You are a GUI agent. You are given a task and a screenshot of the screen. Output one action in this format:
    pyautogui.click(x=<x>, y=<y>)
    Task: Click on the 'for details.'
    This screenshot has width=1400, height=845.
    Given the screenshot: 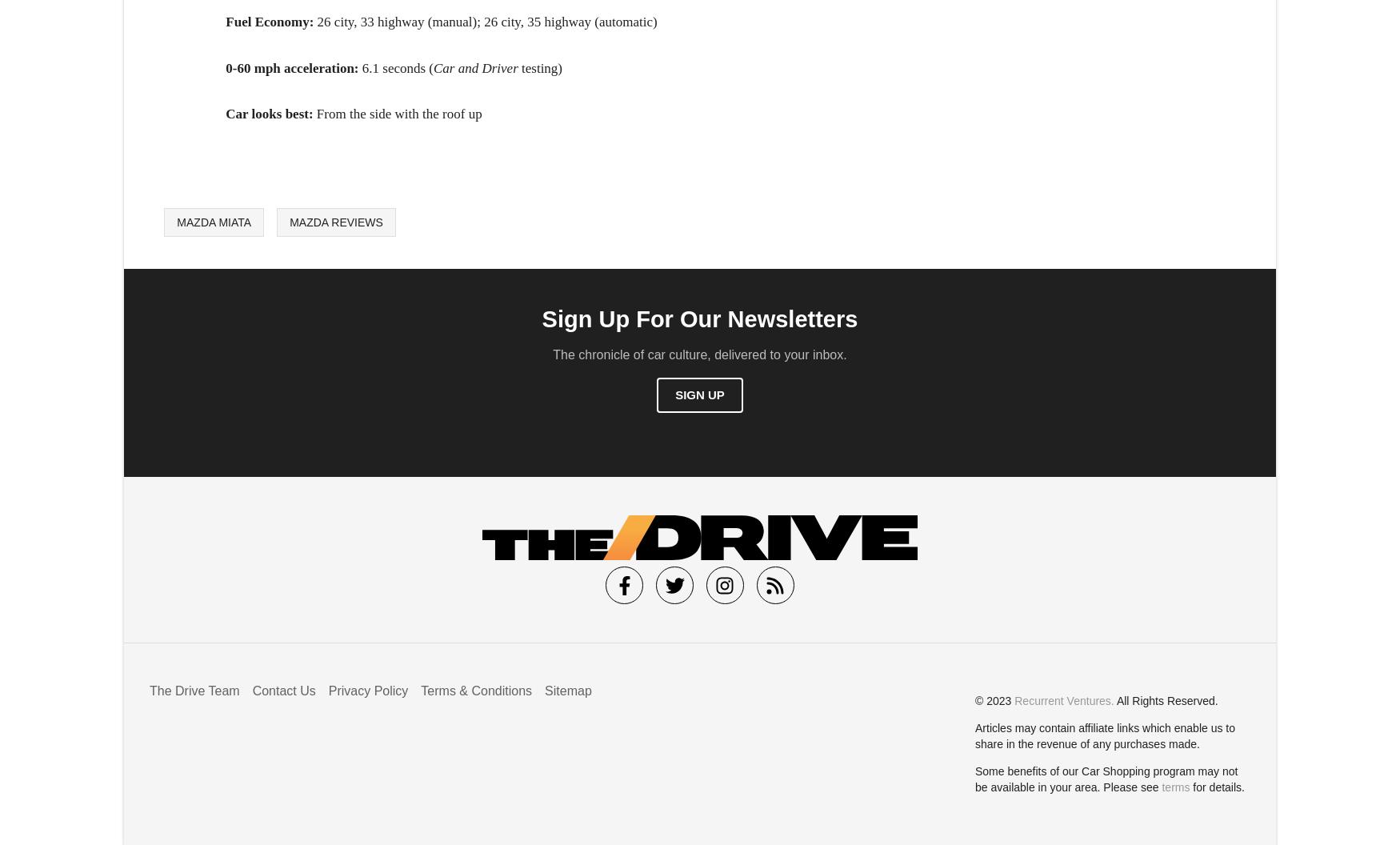 What is the action you would take?
    pyautogui.click(x=1215, y=787)
    